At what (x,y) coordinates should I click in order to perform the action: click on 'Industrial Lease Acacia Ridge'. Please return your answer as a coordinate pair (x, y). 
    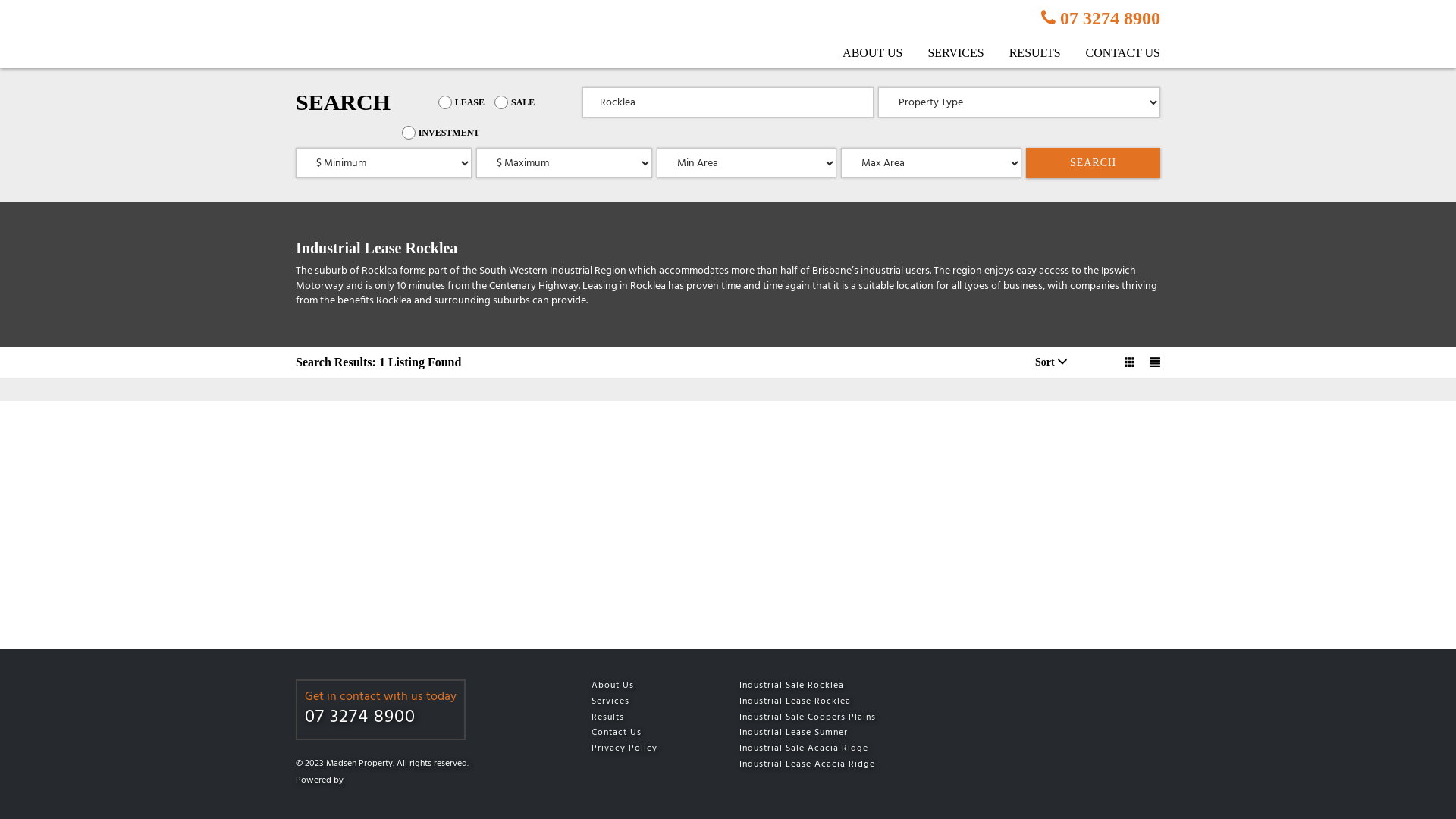
    Looking at the image, I should click on (838, 764).